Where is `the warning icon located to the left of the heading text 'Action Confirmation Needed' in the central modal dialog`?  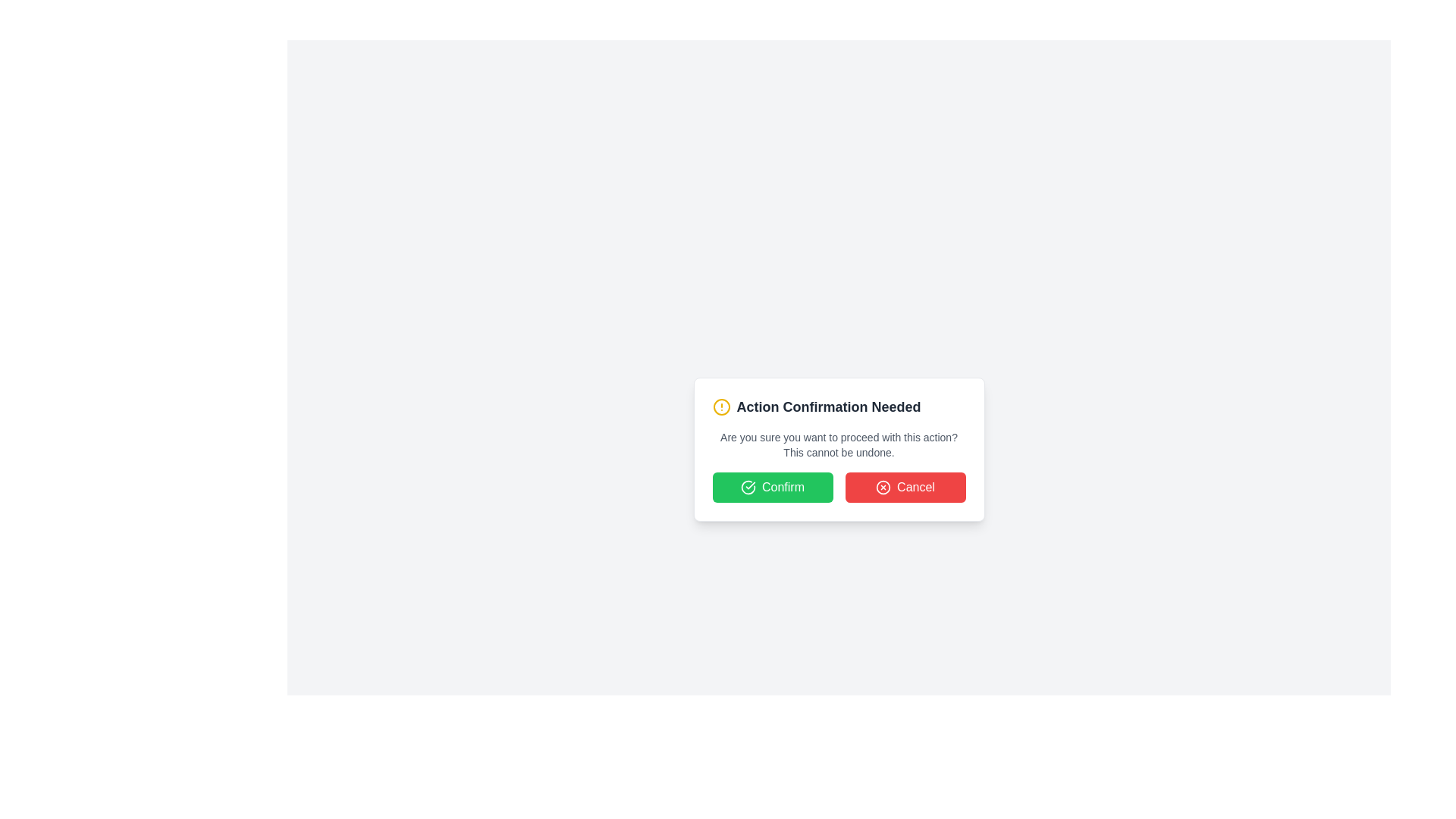
the warning icon located to the left of the heading text 'Action Confirmation Needed' in the central modal dialog is located at coordinates (720, 406).